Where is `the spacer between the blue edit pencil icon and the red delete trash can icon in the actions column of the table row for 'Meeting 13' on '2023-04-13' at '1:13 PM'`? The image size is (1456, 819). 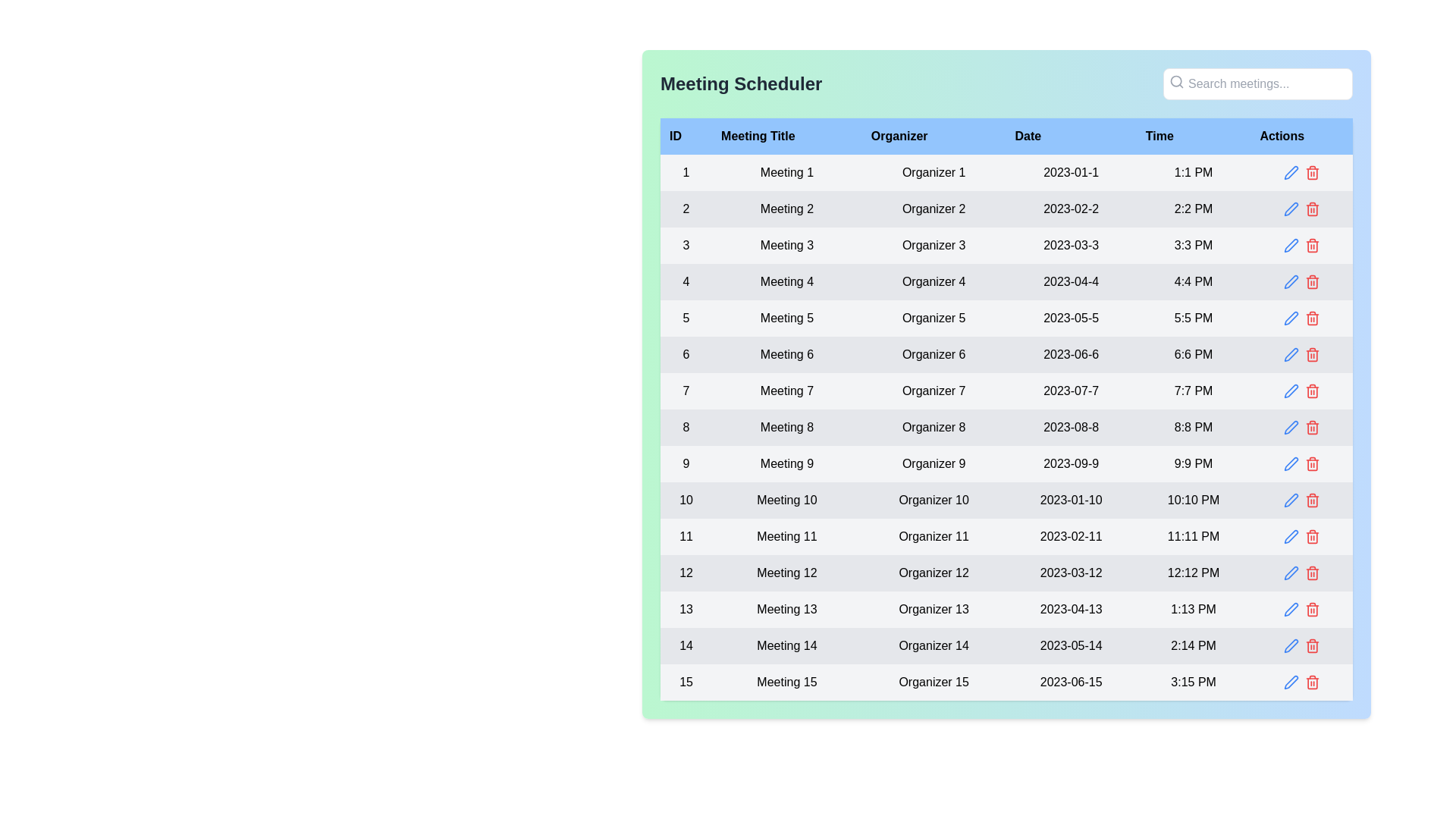
the spacer between the blue edit pencil icon and the red delete trash can icon in the actions column of the table row for 'Meeting 13' on '2023-04-13' at '1:13 PM' is located at coordinates (1301, 608).